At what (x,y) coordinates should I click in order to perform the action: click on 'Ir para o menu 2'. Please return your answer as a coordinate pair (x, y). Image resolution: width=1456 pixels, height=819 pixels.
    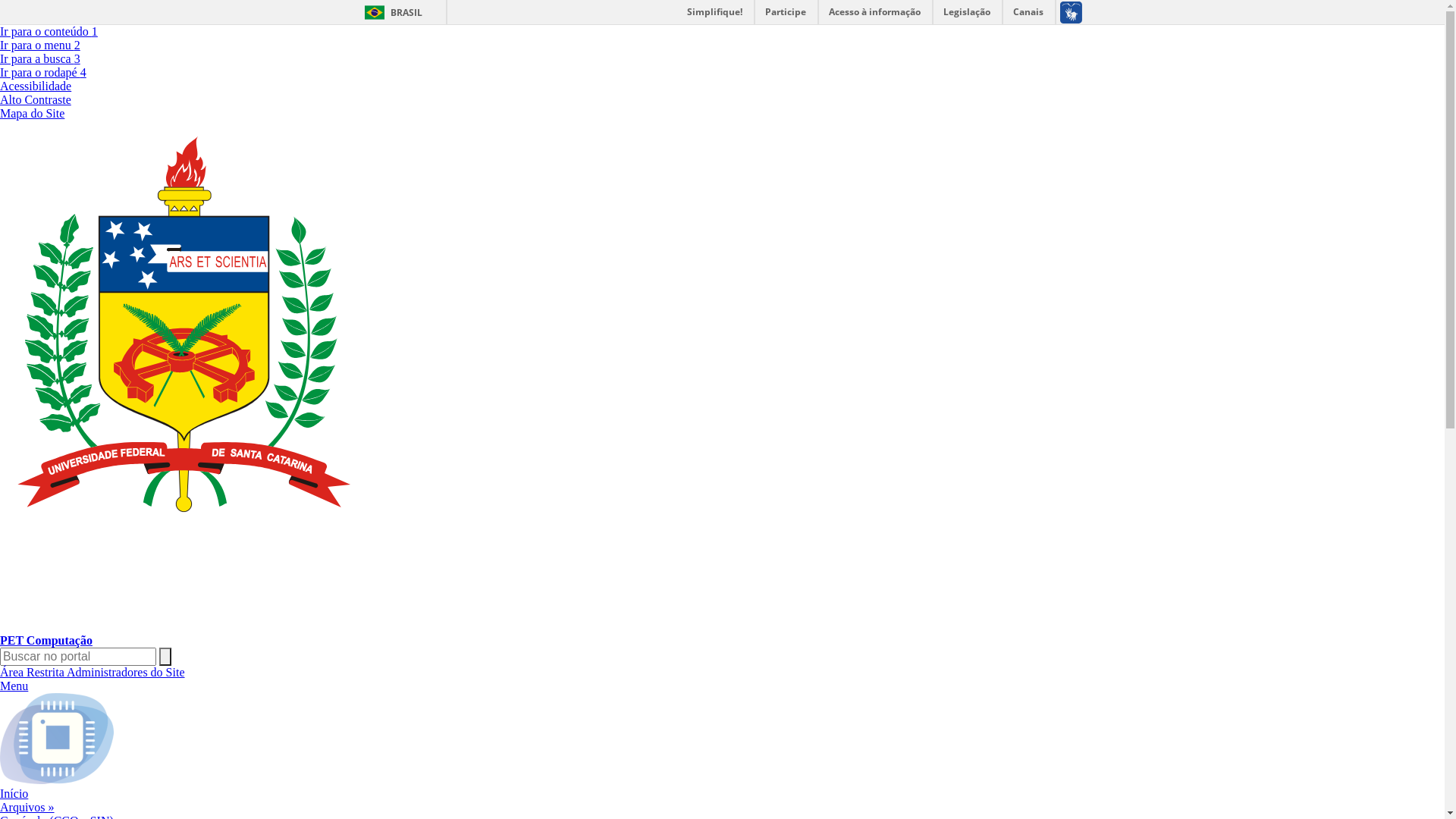
    Looking at the image, I should click on (39, 44).